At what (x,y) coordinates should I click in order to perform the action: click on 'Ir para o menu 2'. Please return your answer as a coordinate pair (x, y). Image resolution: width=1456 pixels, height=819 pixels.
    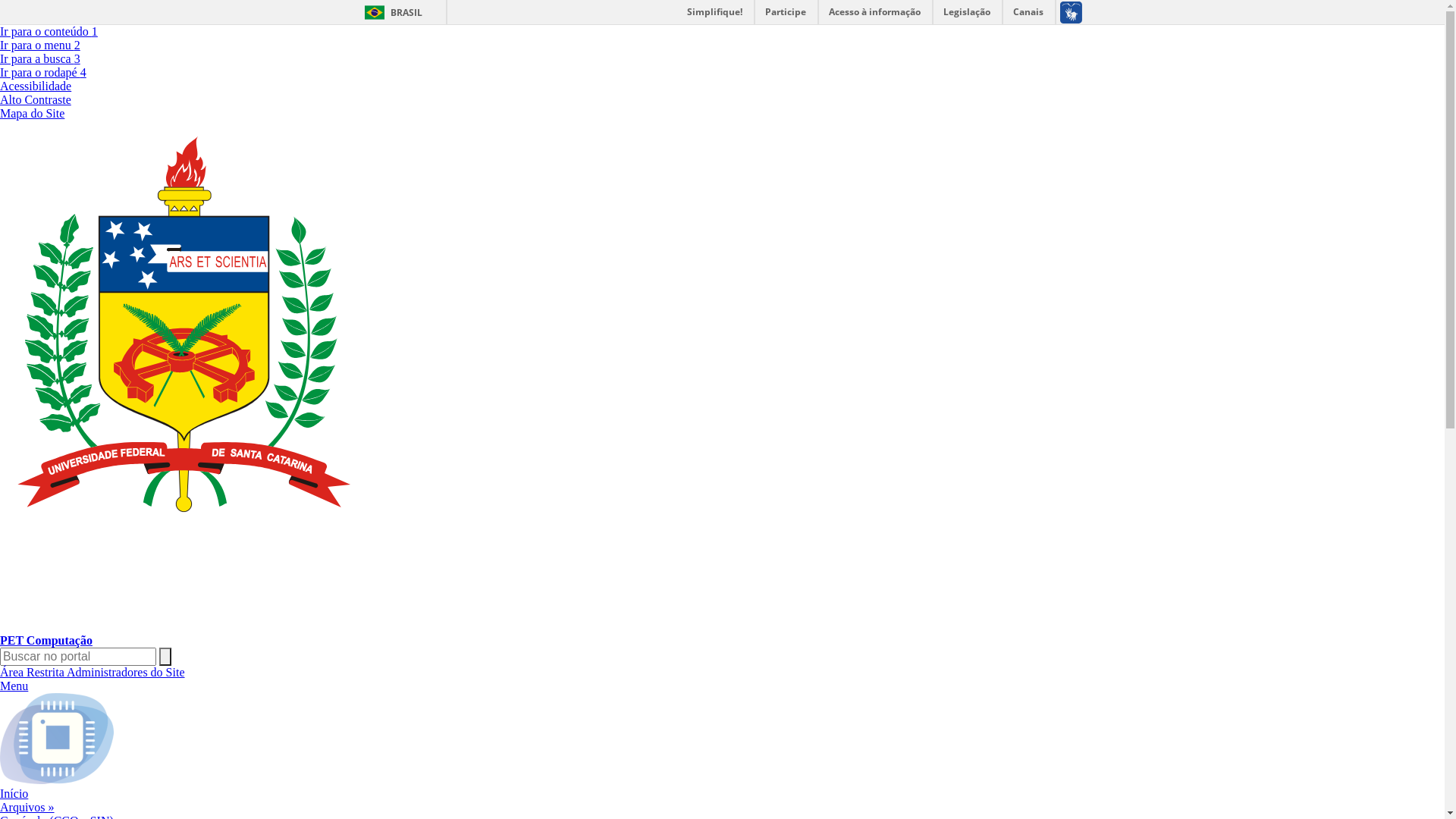
    Looking at the image, I should click on (39, 44).